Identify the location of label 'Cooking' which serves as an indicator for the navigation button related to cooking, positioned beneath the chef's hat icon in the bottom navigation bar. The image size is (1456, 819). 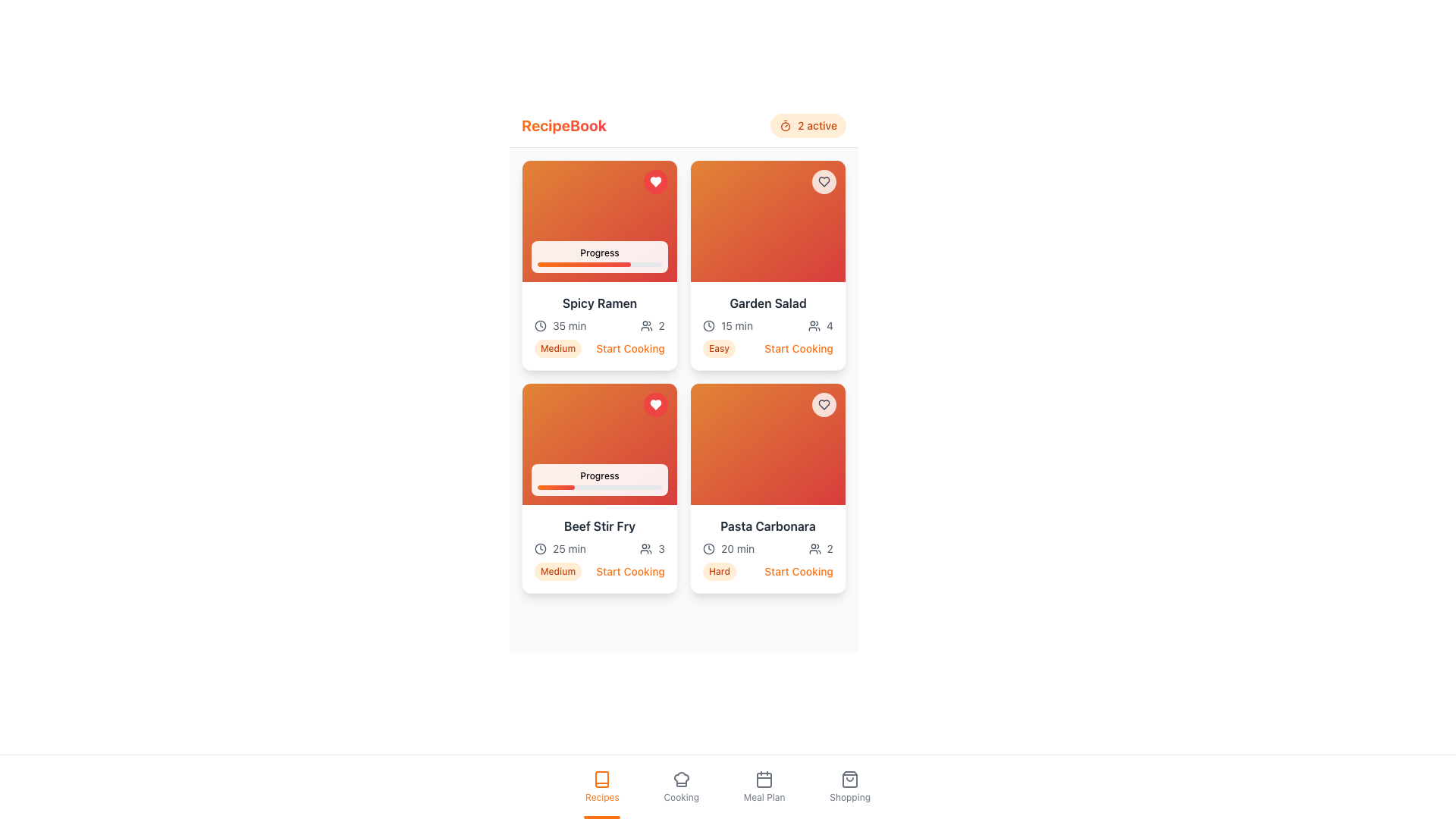
(680, 797).